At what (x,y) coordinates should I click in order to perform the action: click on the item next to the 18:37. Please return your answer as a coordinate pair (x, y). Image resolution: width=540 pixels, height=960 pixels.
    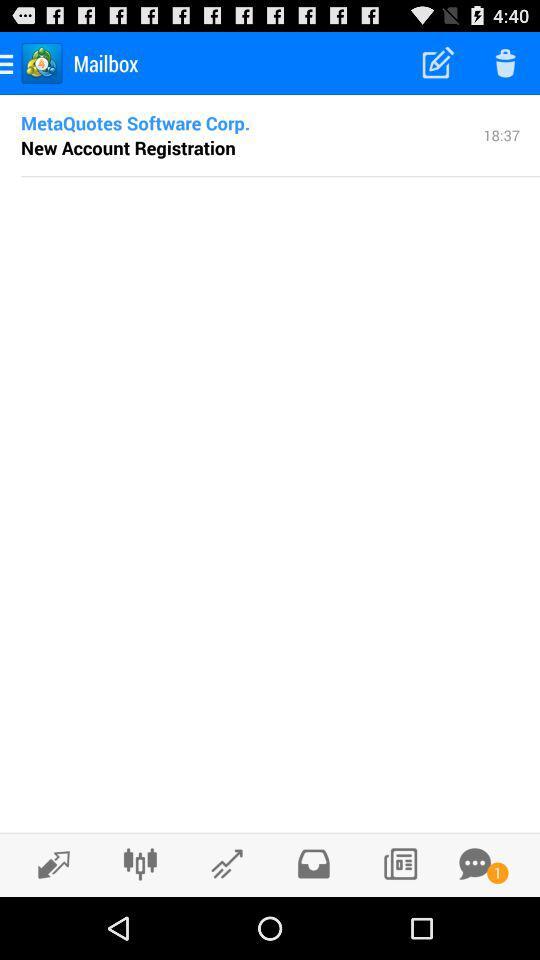
    Looking at the image, I should click on (128, 146).